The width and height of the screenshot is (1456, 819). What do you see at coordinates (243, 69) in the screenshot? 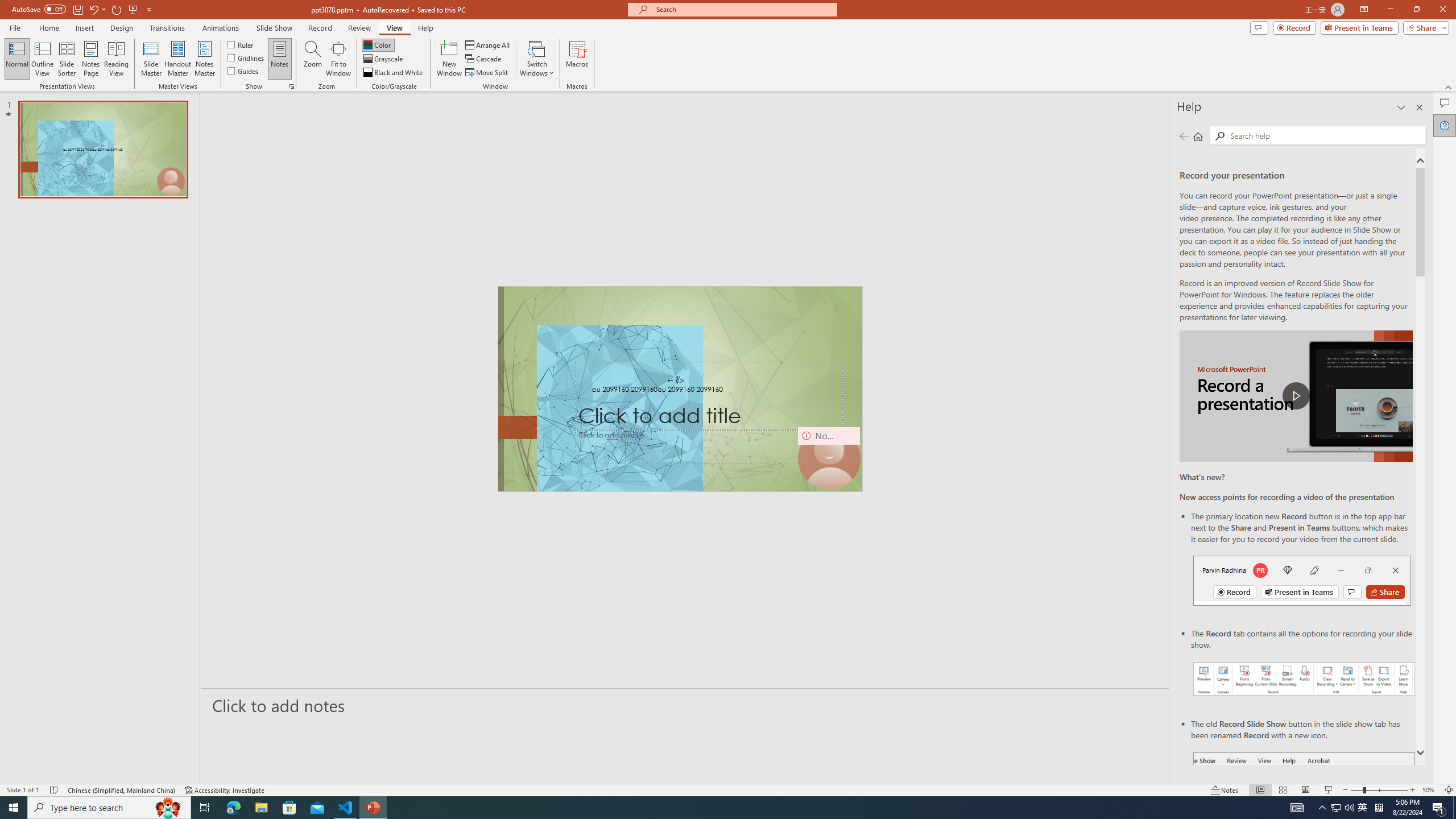
I see `'Guides'` at bounding box center [243, 69].